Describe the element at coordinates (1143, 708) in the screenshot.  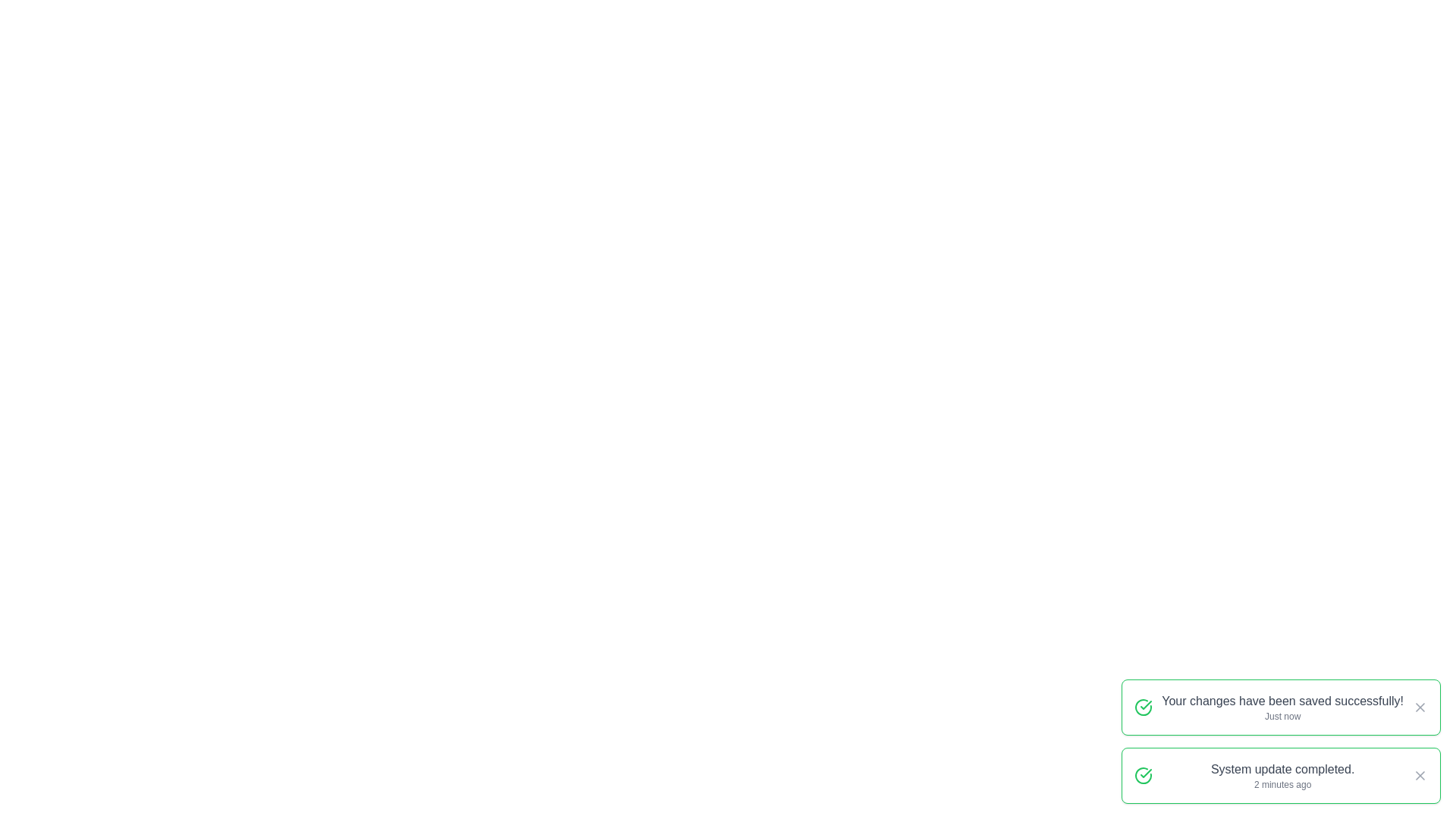
I see `the notification icon to visually inspect it` at that location.